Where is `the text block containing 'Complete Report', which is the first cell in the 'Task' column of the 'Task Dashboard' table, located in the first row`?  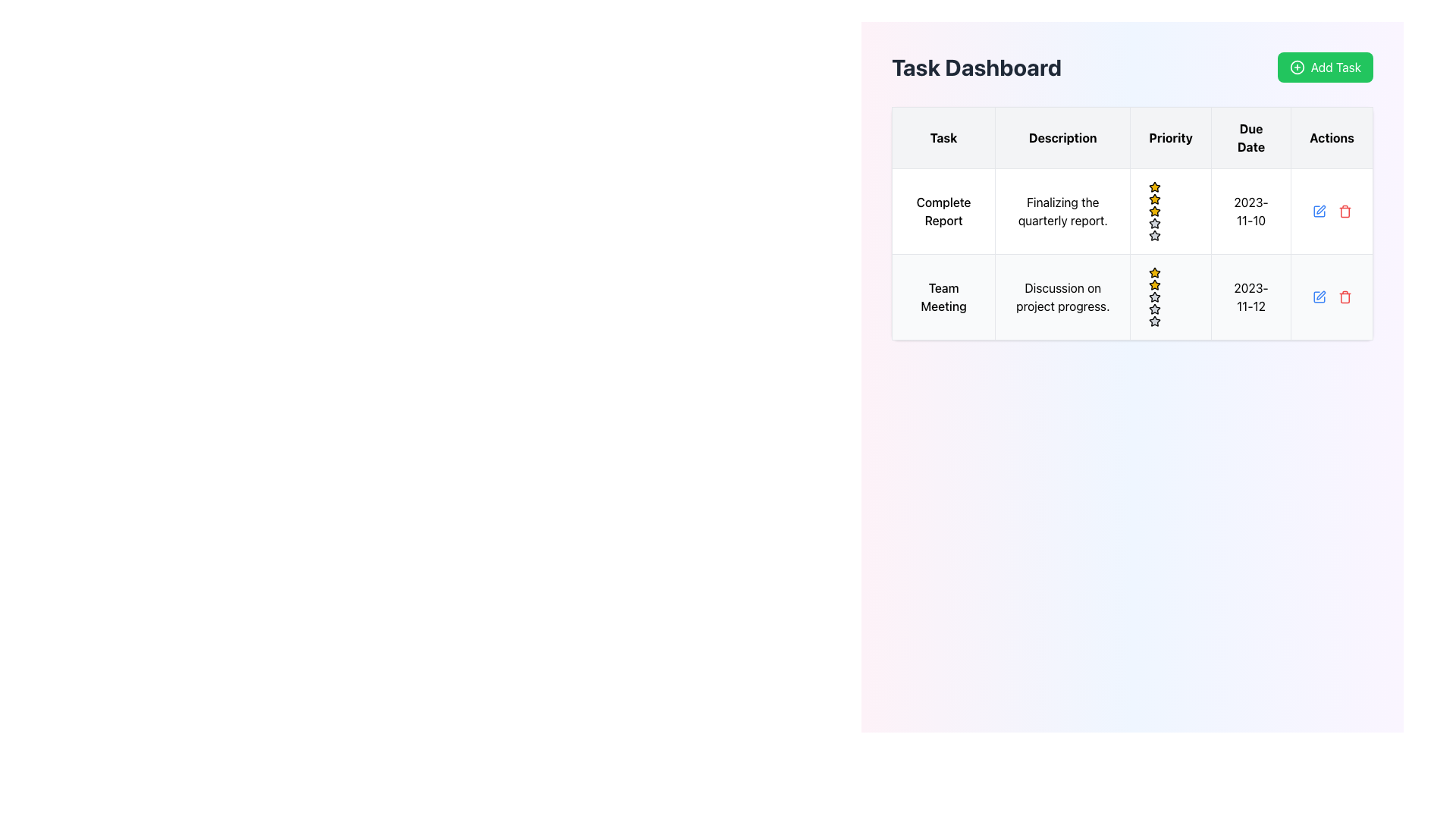
the text block containing 'Complete Report', which is the first cell in the 'Task' column of the 'Task Dashboard' table, located in the first row is located at coordinates (943, 211).